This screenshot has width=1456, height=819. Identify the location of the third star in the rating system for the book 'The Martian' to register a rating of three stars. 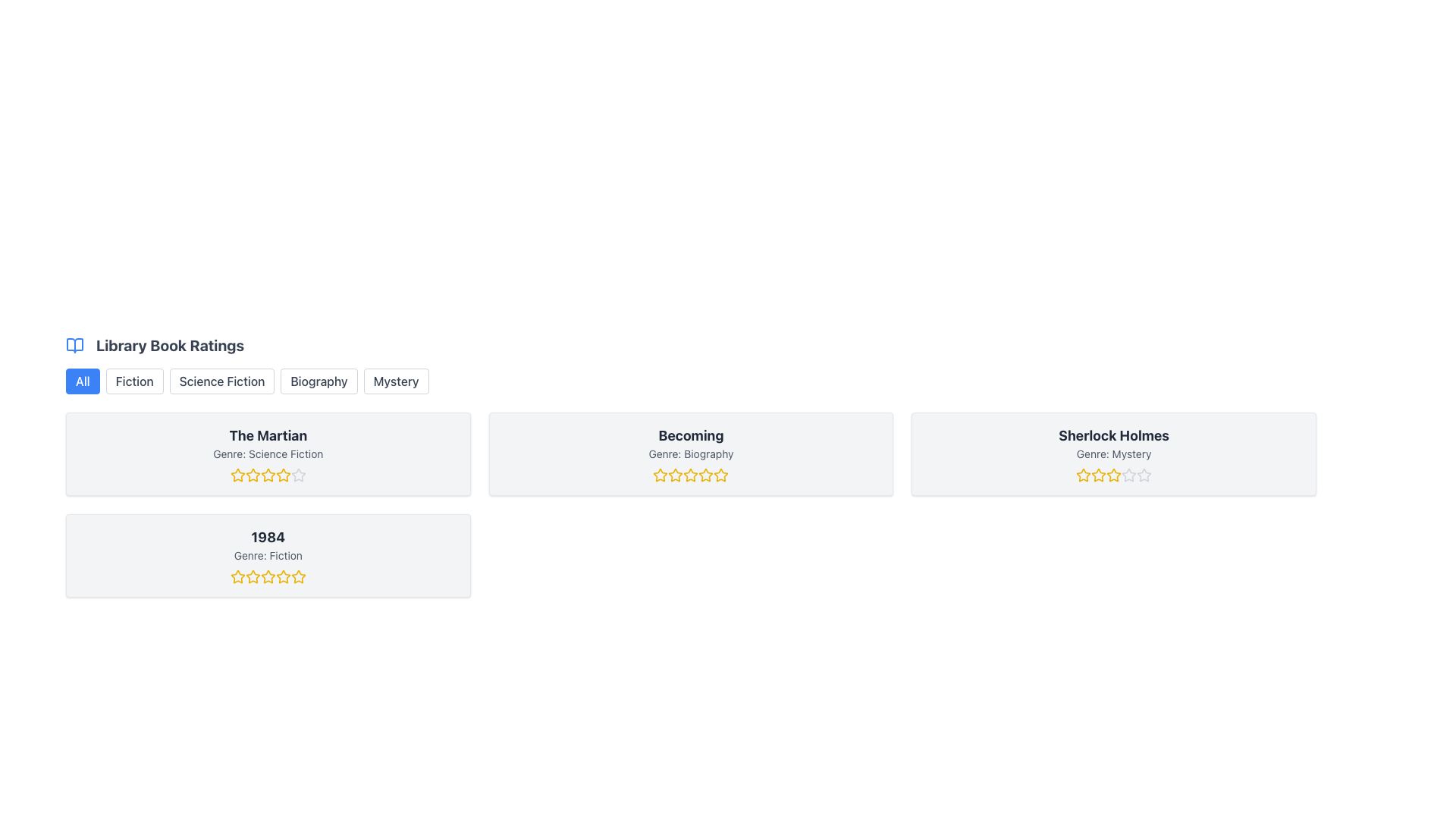
(298, 474).